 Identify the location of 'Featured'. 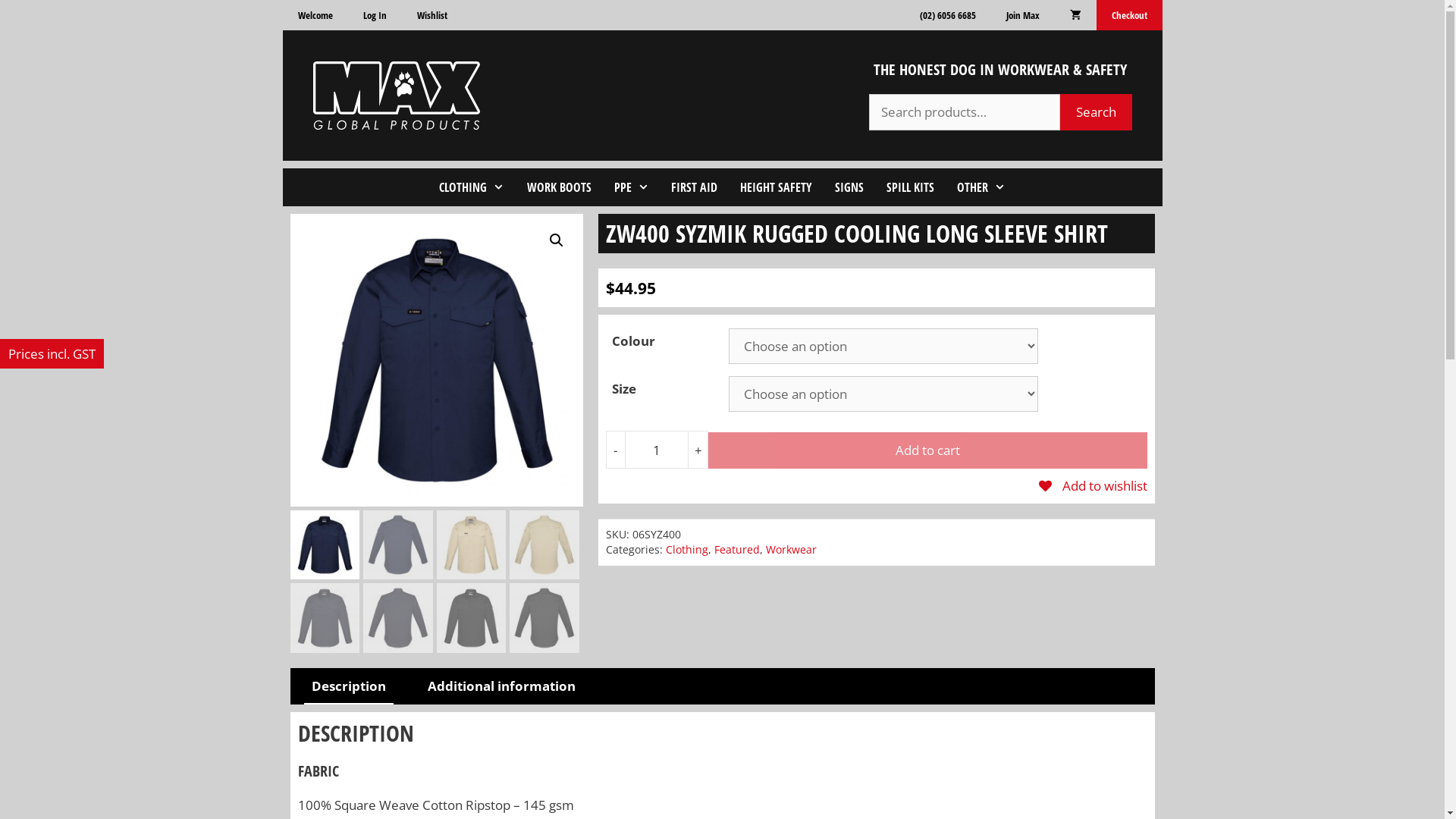
(713, 549).